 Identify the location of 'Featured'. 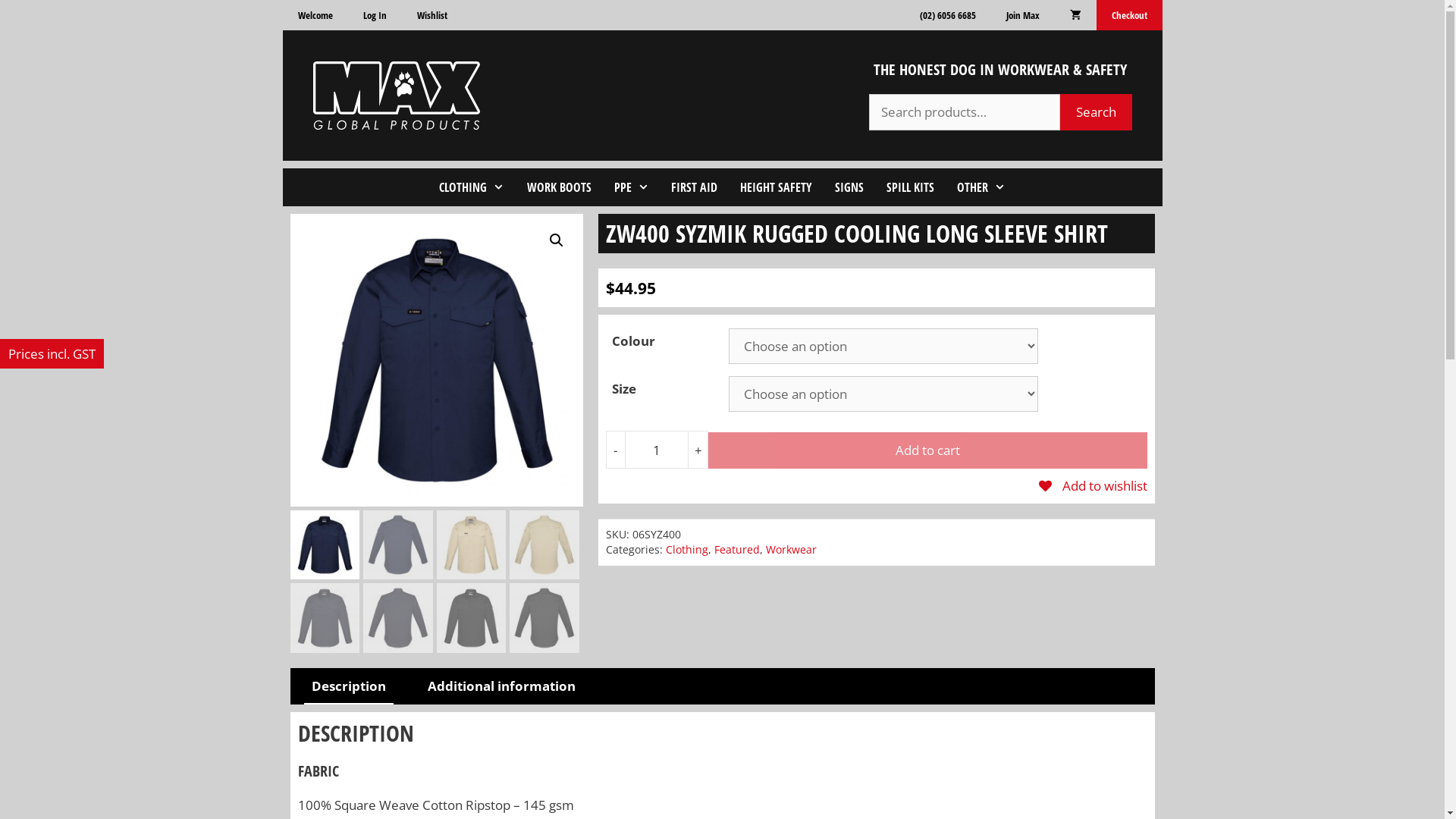
(713, 549).